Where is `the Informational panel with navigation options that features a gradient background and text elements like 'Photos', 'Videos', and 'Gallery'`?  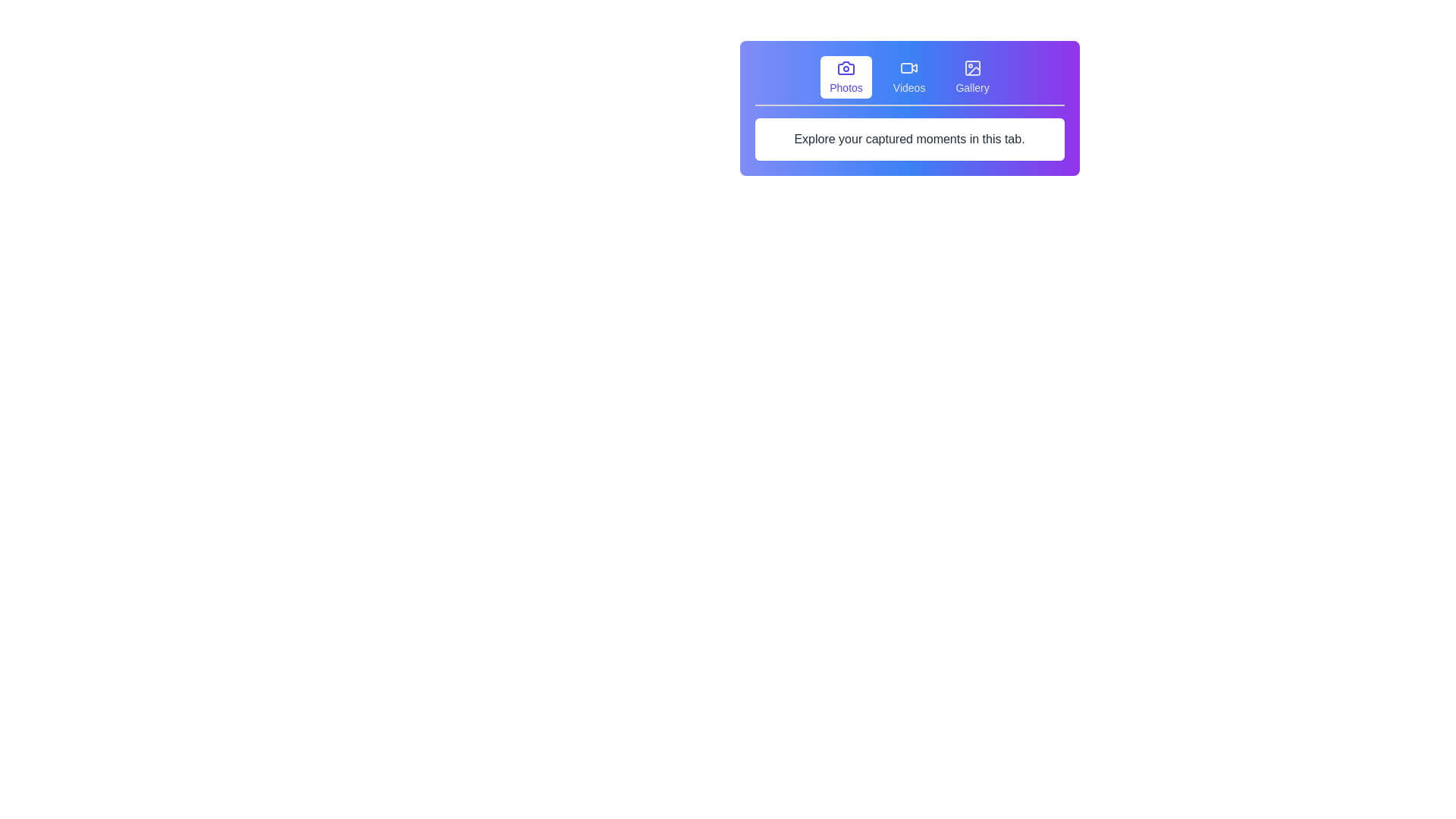 the Informational panel with navigation options that features a gradient background and text elements like 'Photos', 'Videos', and 'Gallery' is located at coordinates (909, 107).